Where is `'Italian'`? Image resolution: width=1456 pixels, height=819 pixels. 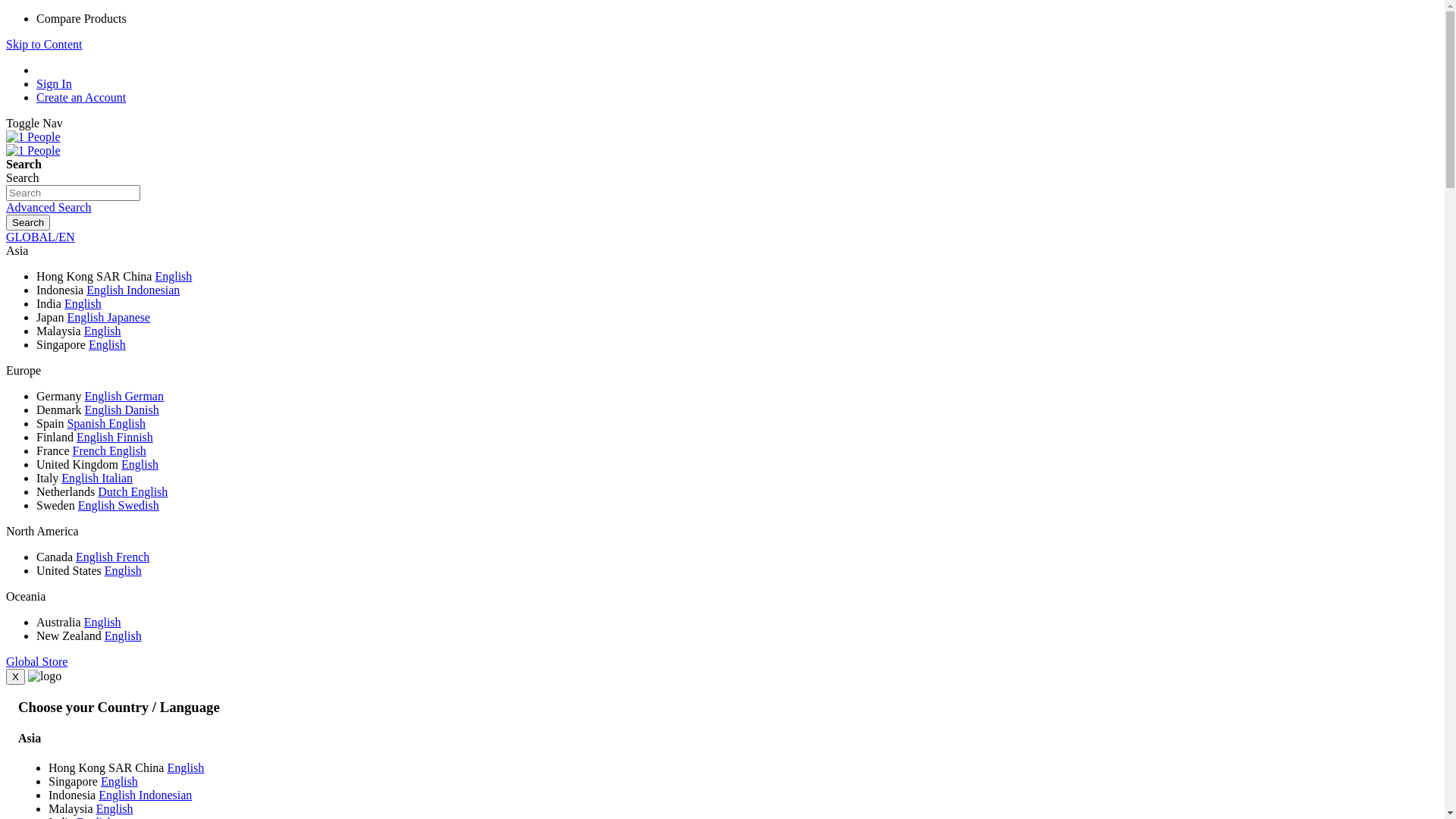 'Italian' is located at coordinates (116, 478).